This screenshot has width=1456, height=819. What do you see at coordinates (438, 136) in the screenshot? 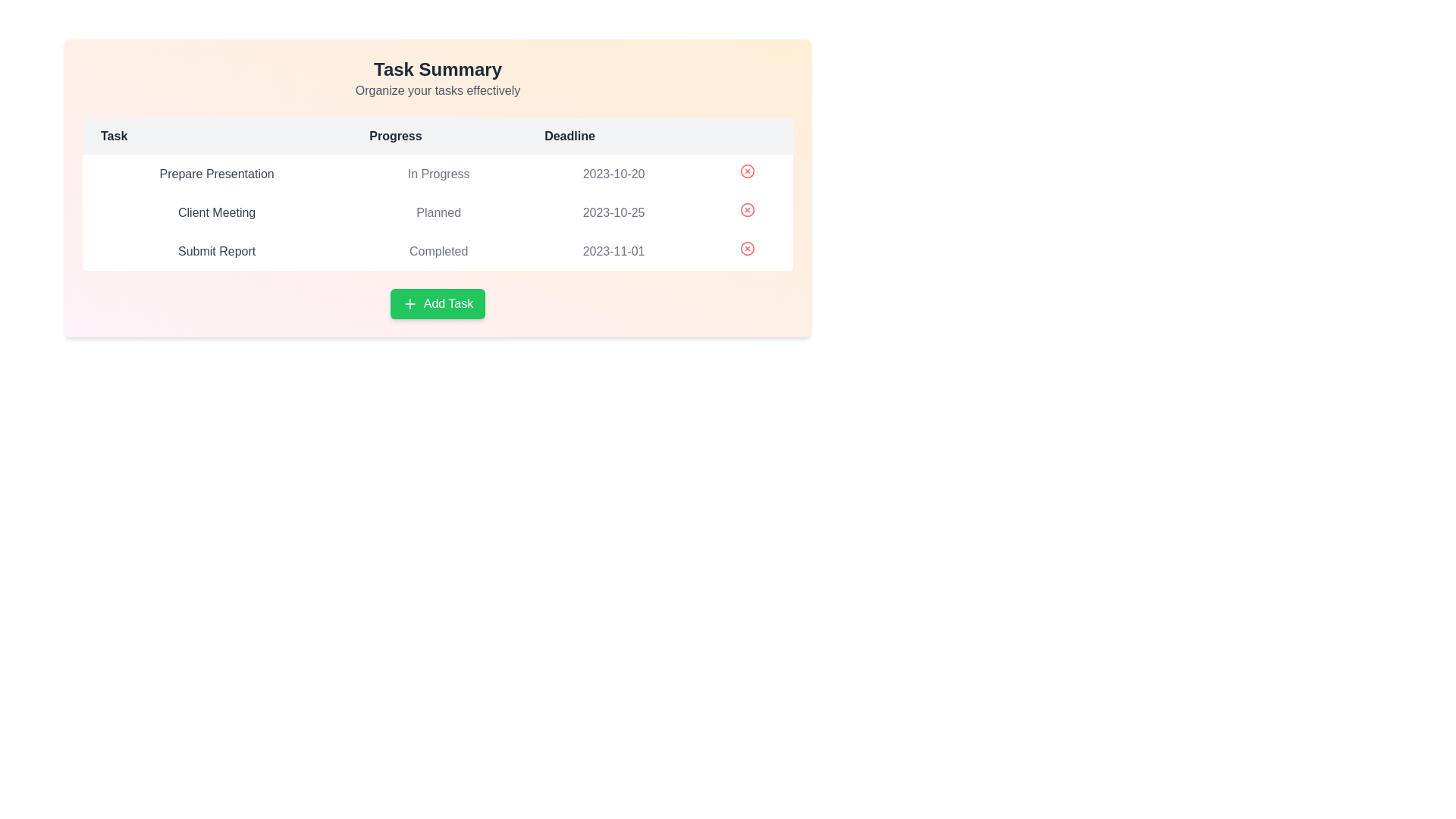
I see `the table header Progress to sort the table by the corresponding column` at bounding box center [438, 136].